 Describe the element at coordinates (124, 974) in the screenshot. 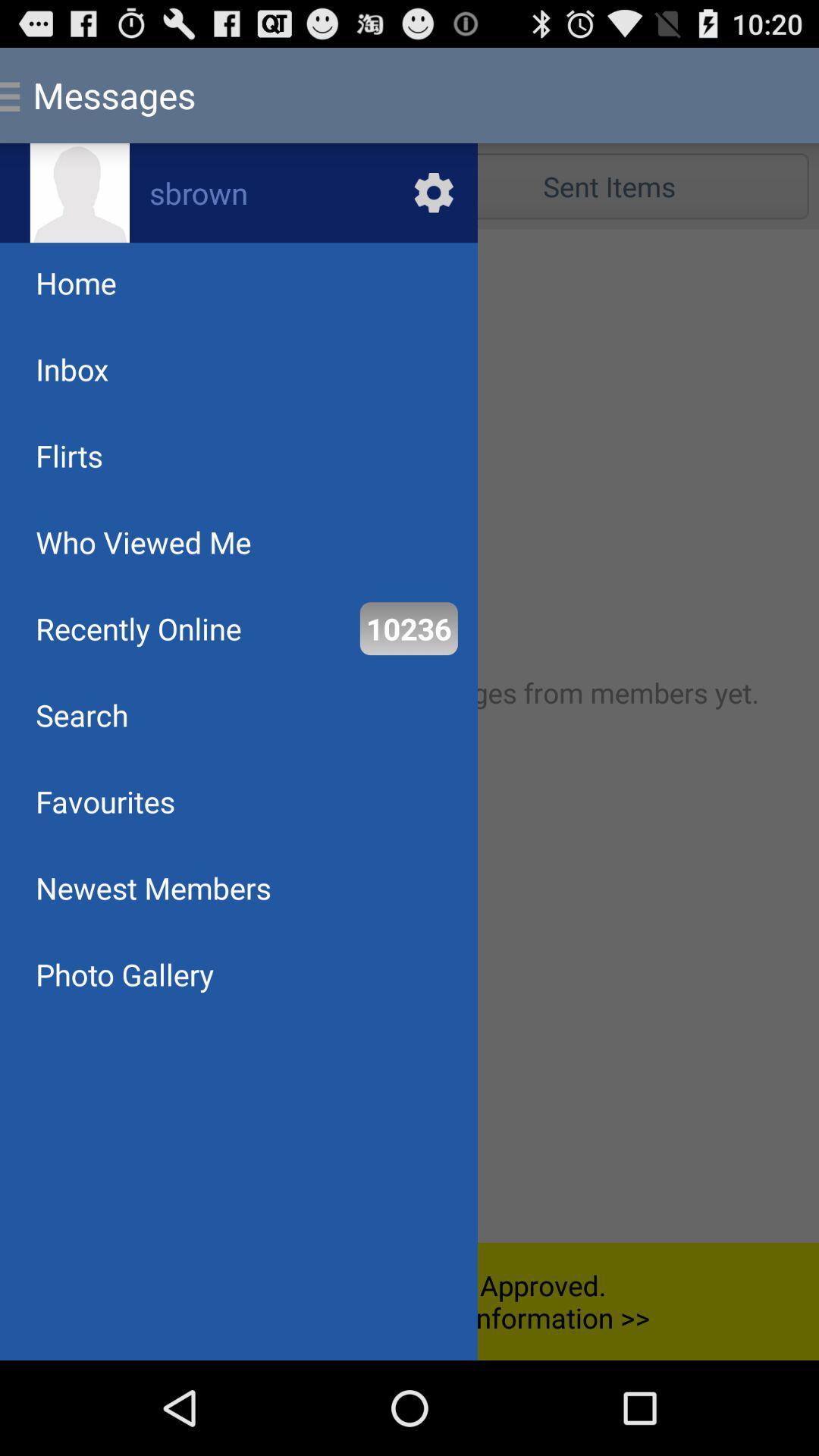

I see `icon above your profile is button` at that location.